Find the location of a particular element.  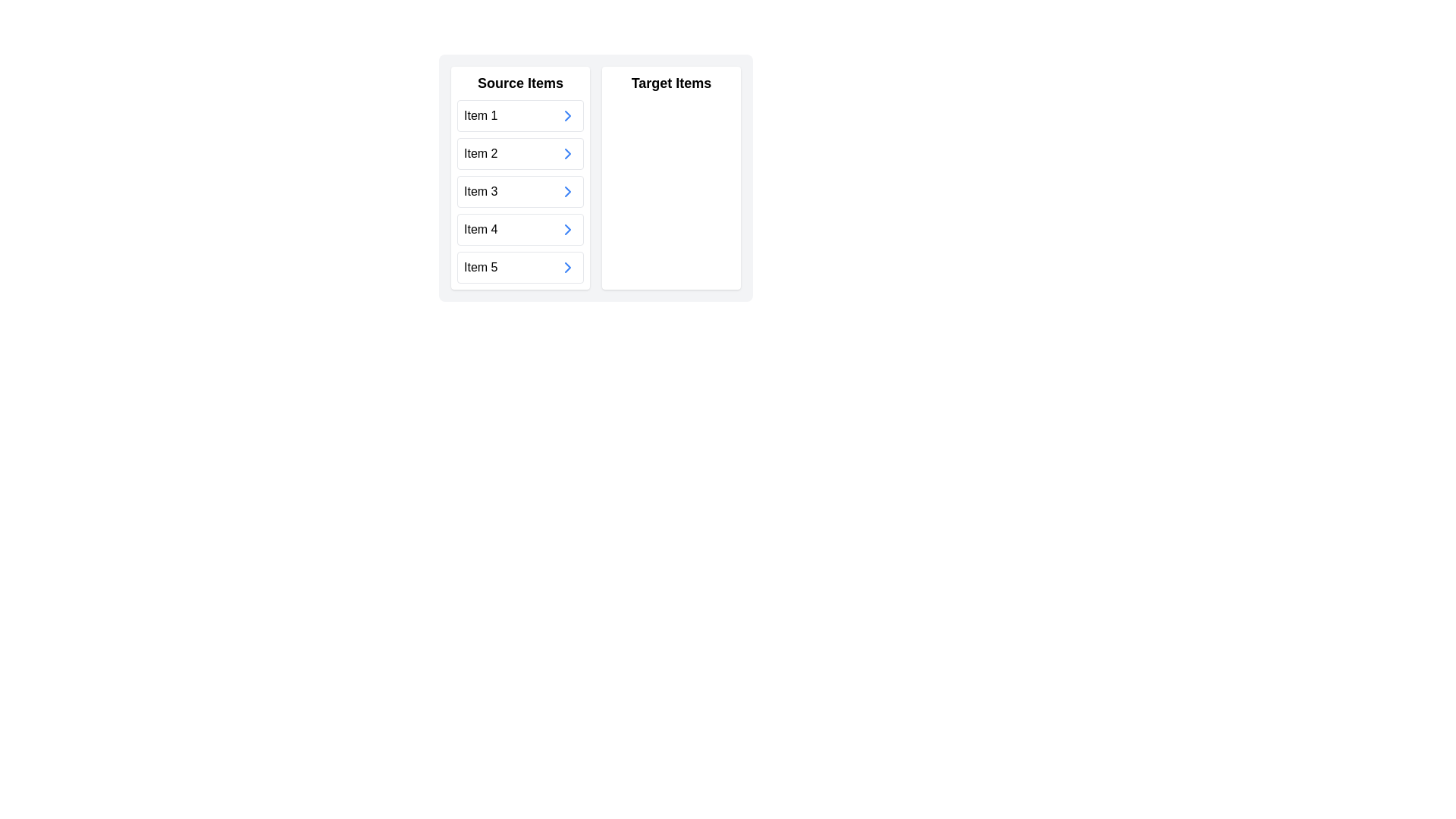

the icon indicating 'Item 4' is located at coordinates (566, 230).